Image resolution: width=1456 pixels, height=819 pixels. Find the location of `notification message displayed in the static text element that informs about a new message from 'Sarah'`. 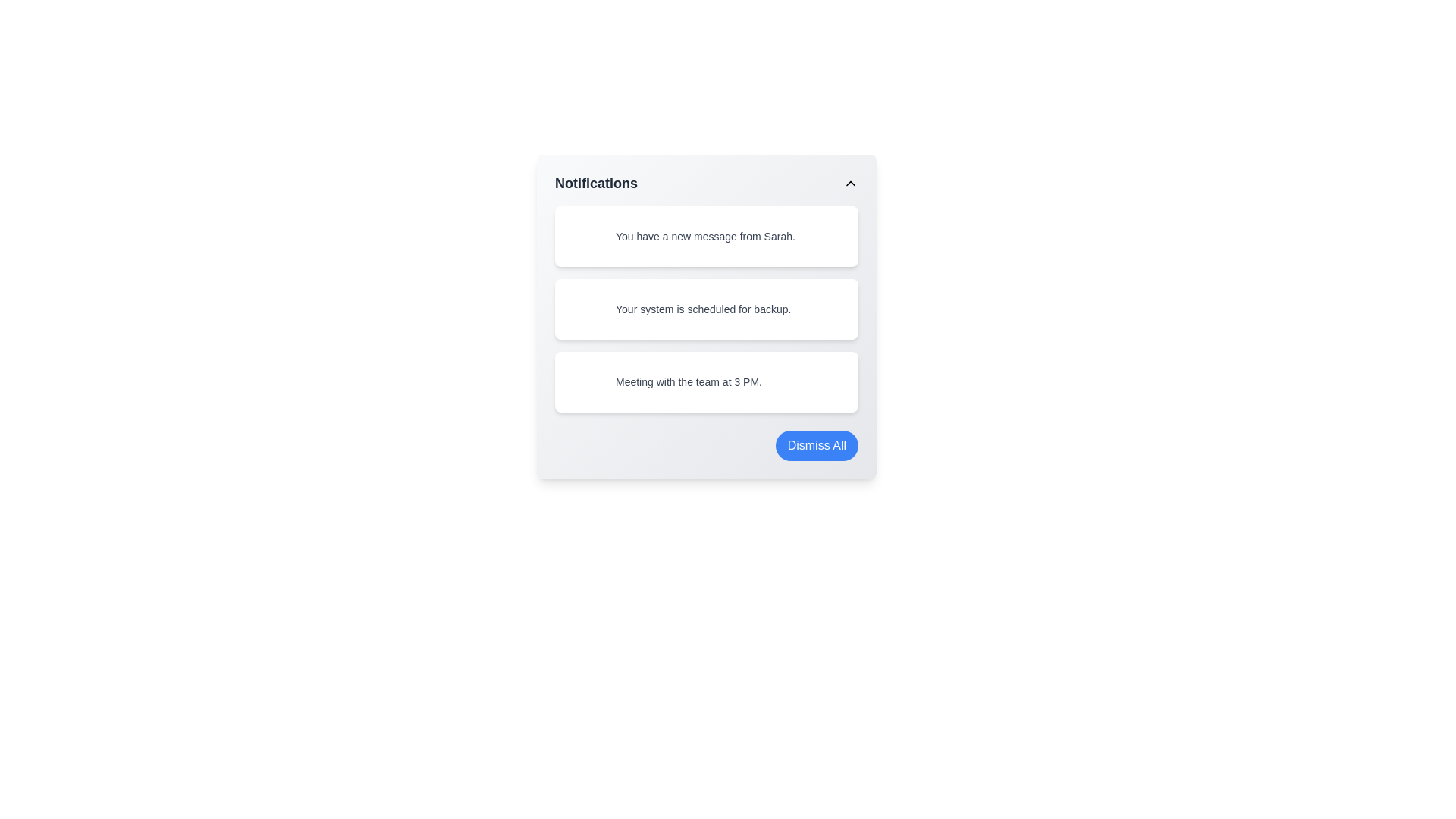

notification message displayed in the static text element that informs about a new message from 'Sarah' is located at coordinates (704, 237).